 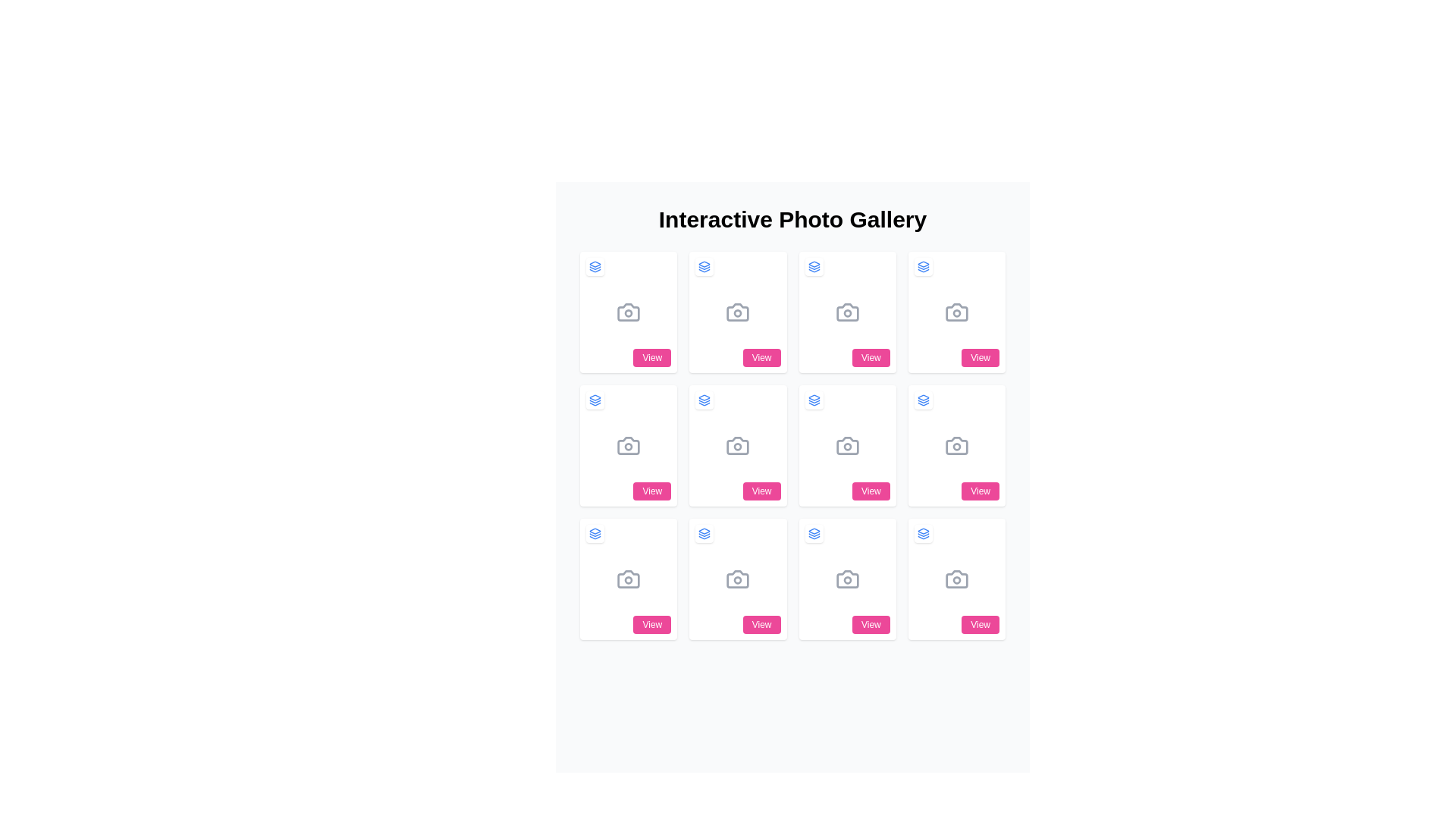 I want to click on the primary camera icon, which is a minimalistic gray outline of a camera located centrally in the ninth card of a three-by-four grid layout, positioned above a pink 'View' button, so click(x=846, y=444).